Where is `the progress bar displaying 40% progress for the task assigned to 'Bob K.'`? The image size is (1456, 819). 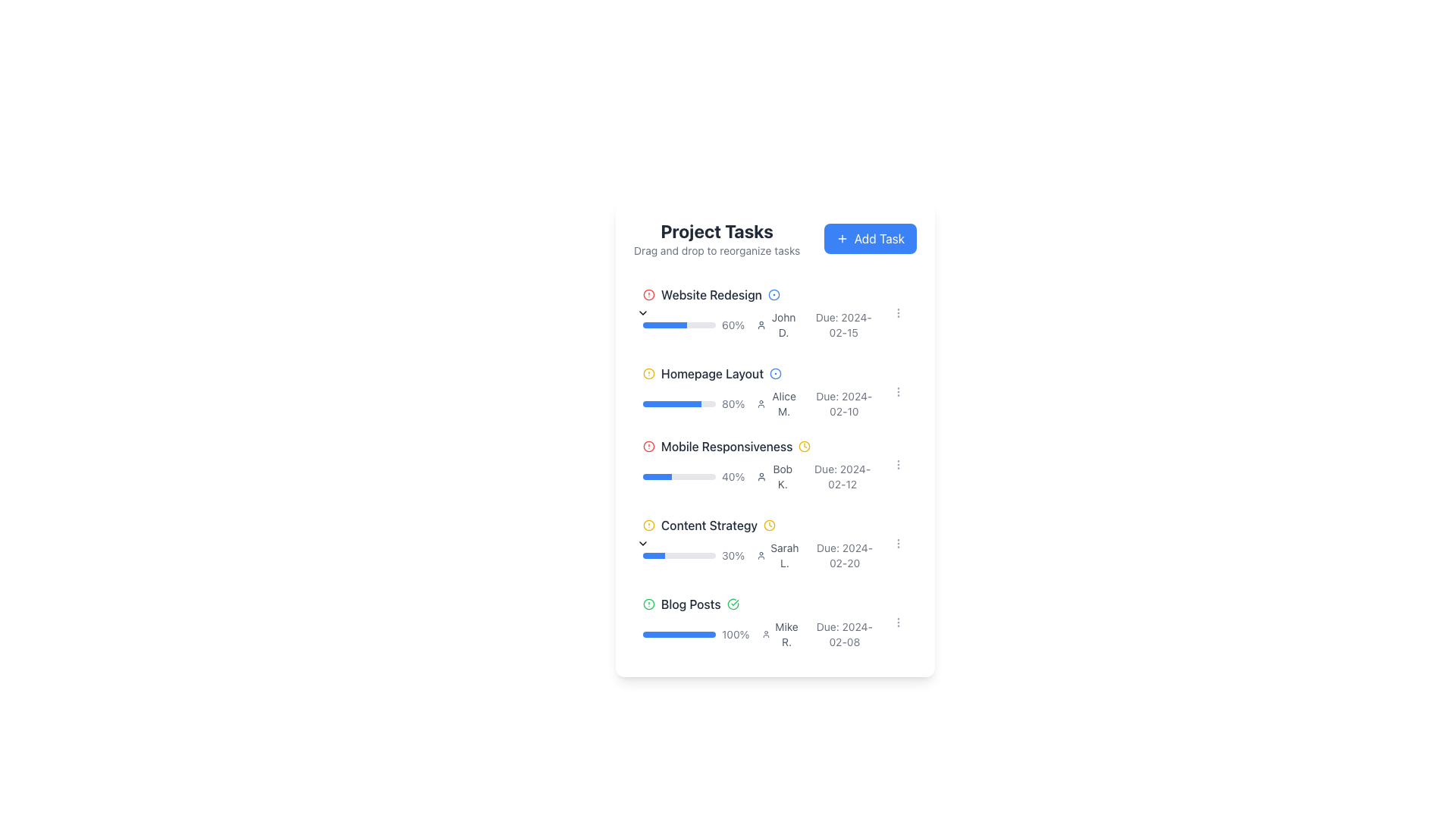
the progress bar displaying 40% progress for the task assigned to 'Bob K.' is located at coordinates (760, 475).